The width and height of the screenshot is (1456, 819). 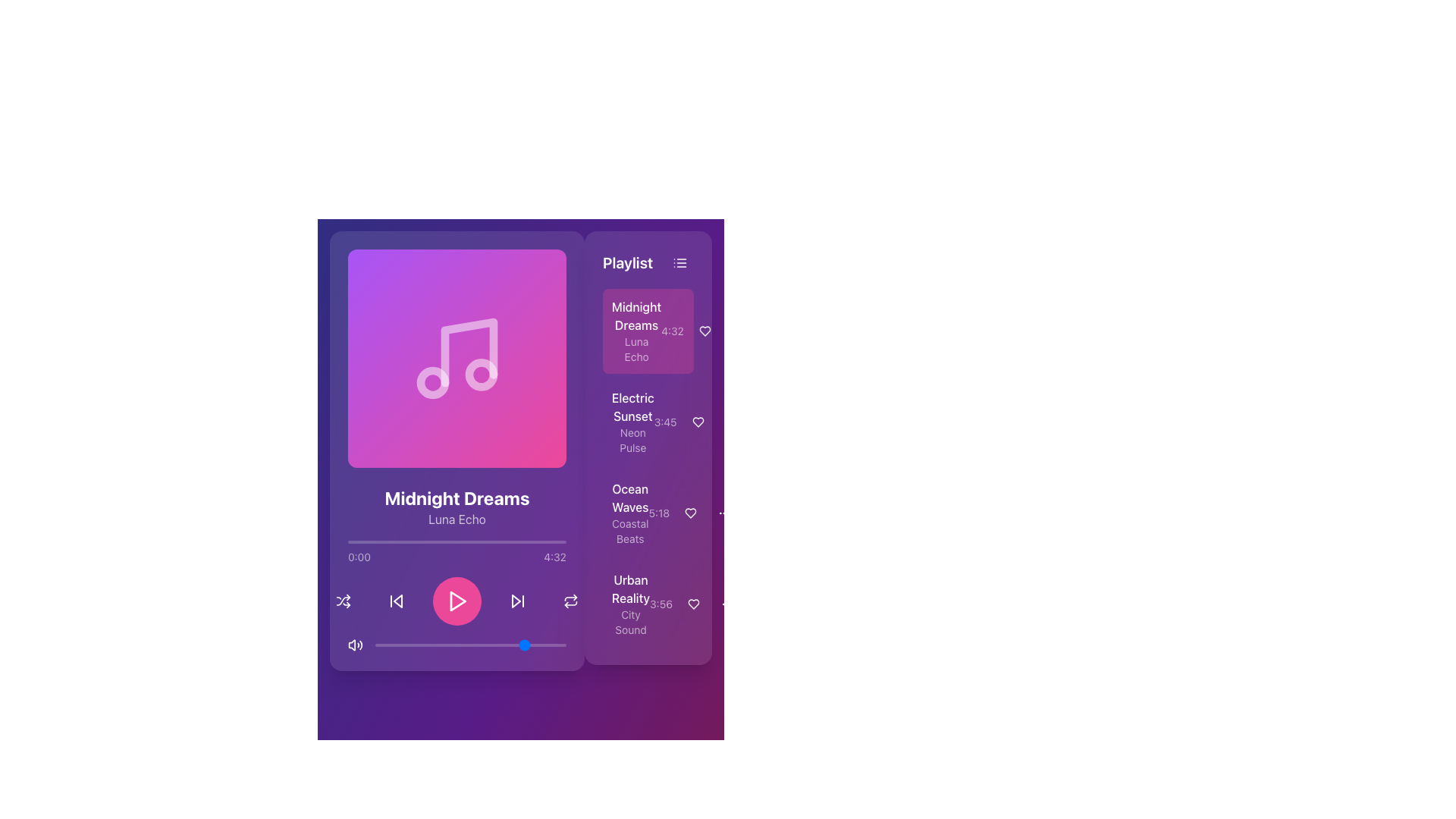 What do you see at coordinates (648, 262) in the screenshot?
I see `the 'Playlist' text and icon group, which displays the text 'Playlist' in bold font with a three-line menu icon next to it, located in the top section of the sidebar` at bounding box center [648, 262].